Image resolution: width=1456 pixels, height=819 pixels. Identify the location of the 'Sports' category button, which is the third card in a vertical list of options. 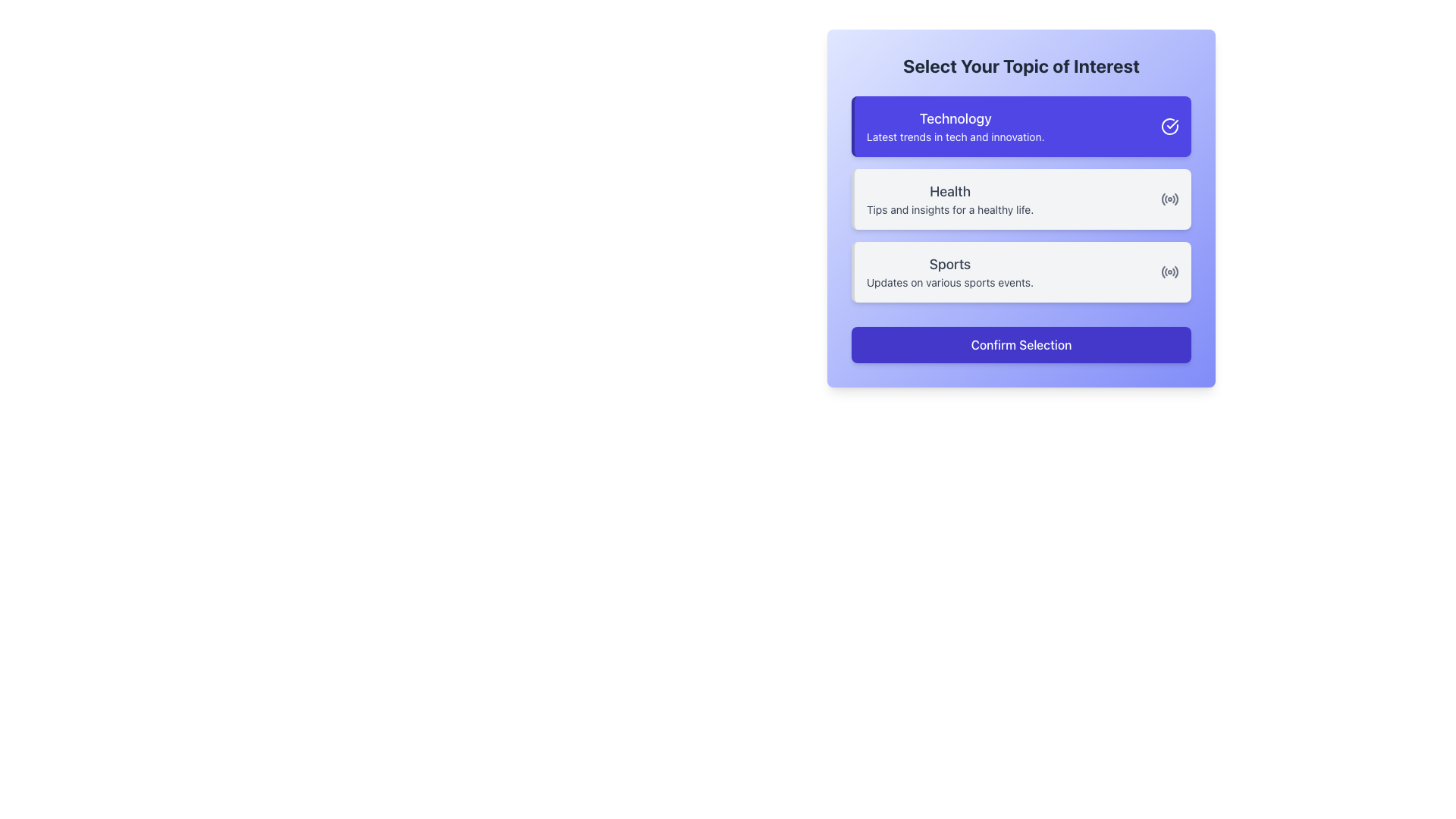
(1021, 271).